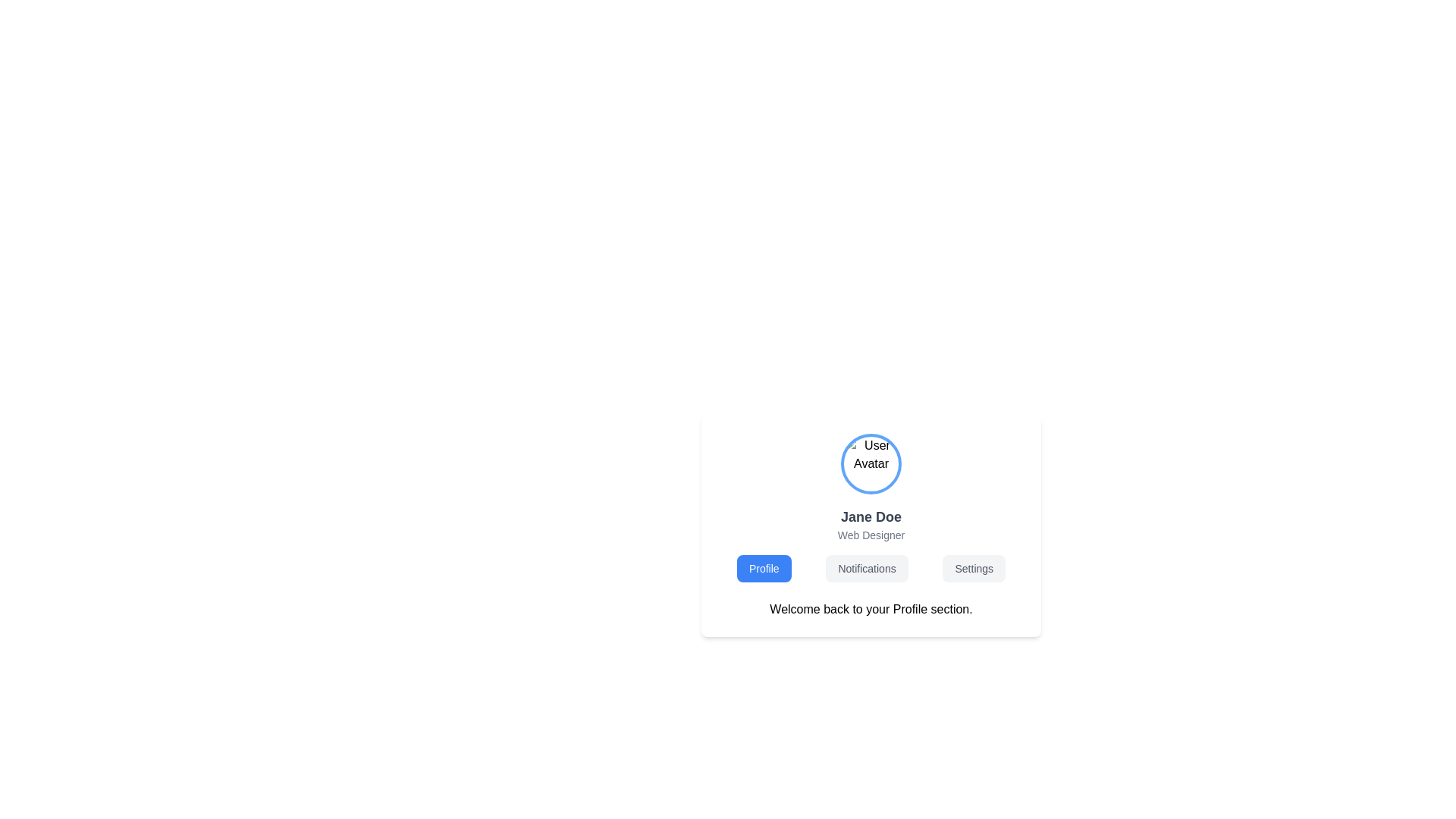 This screenshot has width=1456, height=819. I want to click on the 'Settings' button with a light gray background and rounded corners, so click(974, 568).